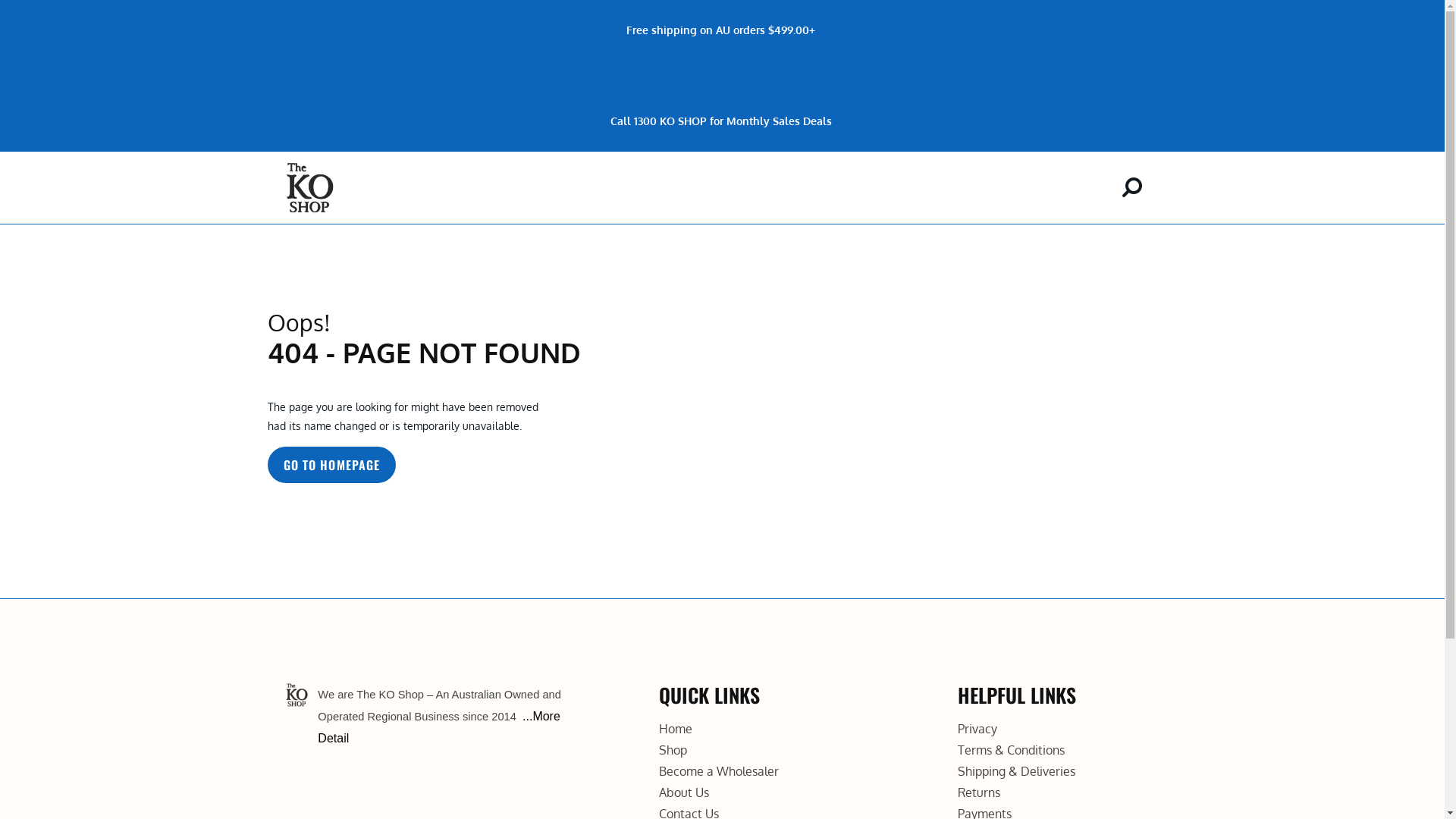 The height and width of the screenshot is (819, 1456). I want to click on 'Shipping & Deliveries', so click(1016, 771).